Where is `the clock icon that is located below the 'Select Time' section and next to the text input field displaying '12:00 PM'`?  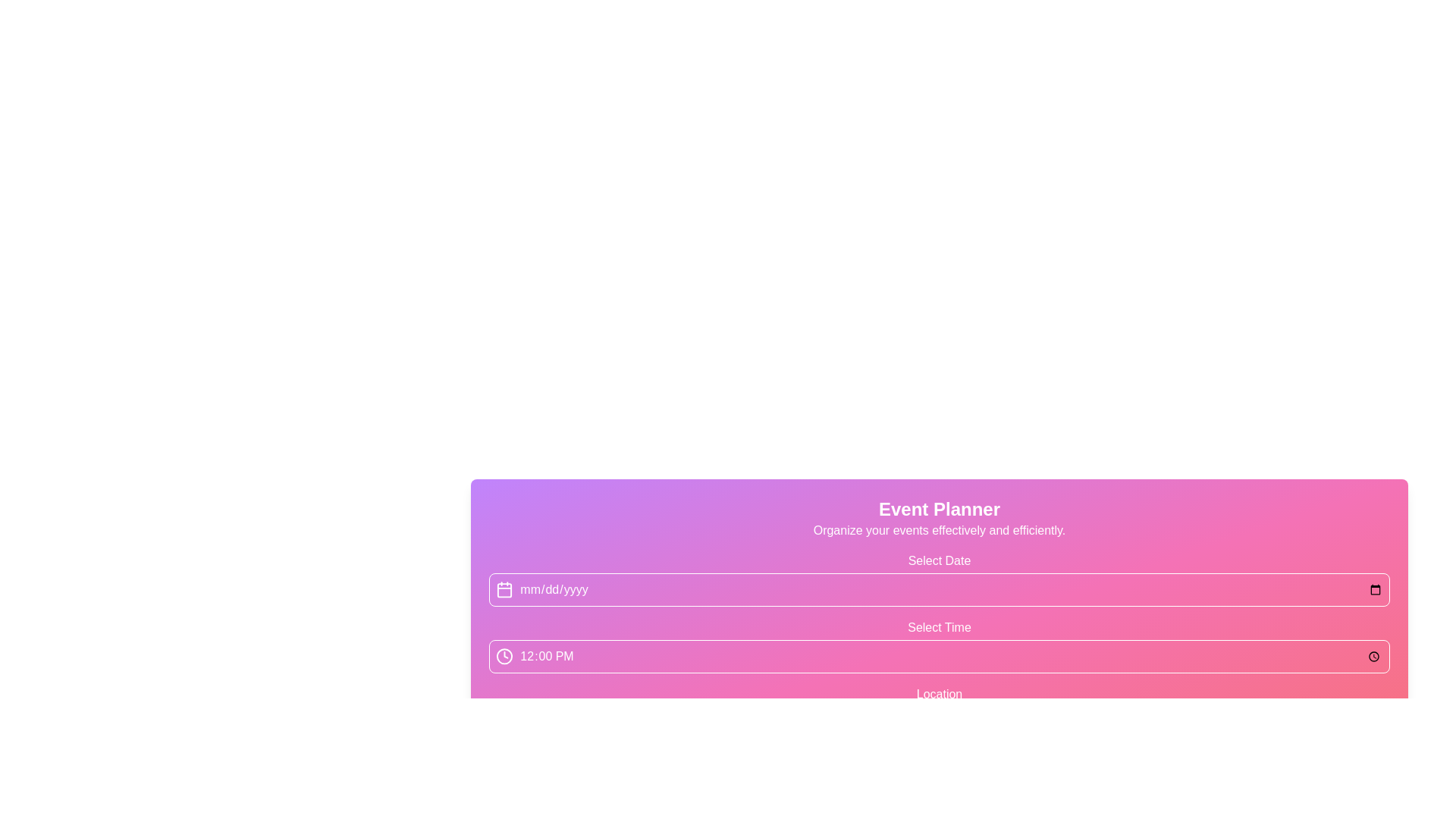
the clock icon that is located below the 'Select Time' section and next to the text input field displaying '12:00 PM' is located at coordinates (504, 656).